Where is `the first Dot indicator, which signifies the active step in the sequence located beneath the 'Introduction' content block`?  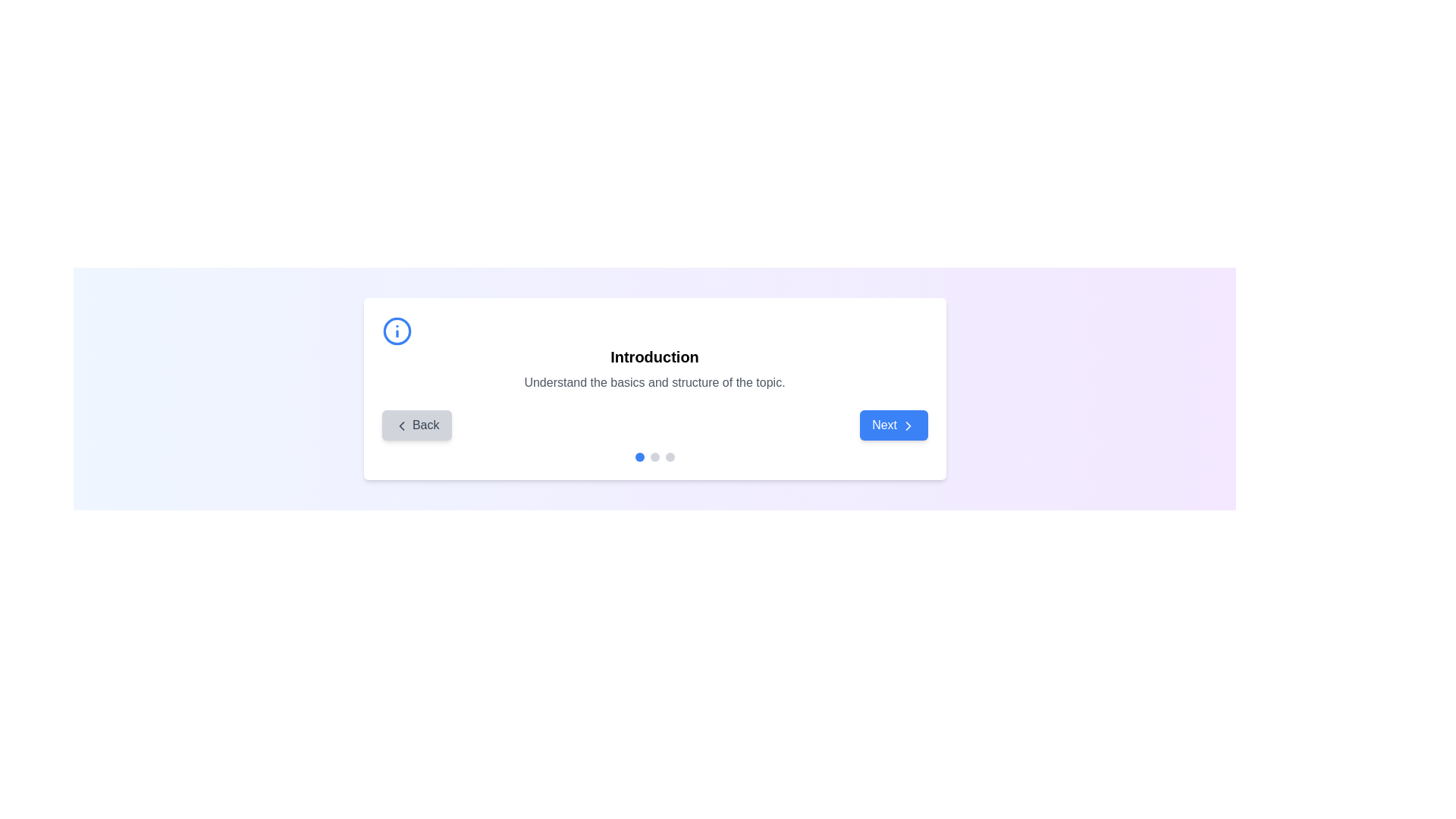
the first Dot indicator, which signifies the active step in the sequence located beneath the 'Introduction' content block is located at coordinates (639, 456).